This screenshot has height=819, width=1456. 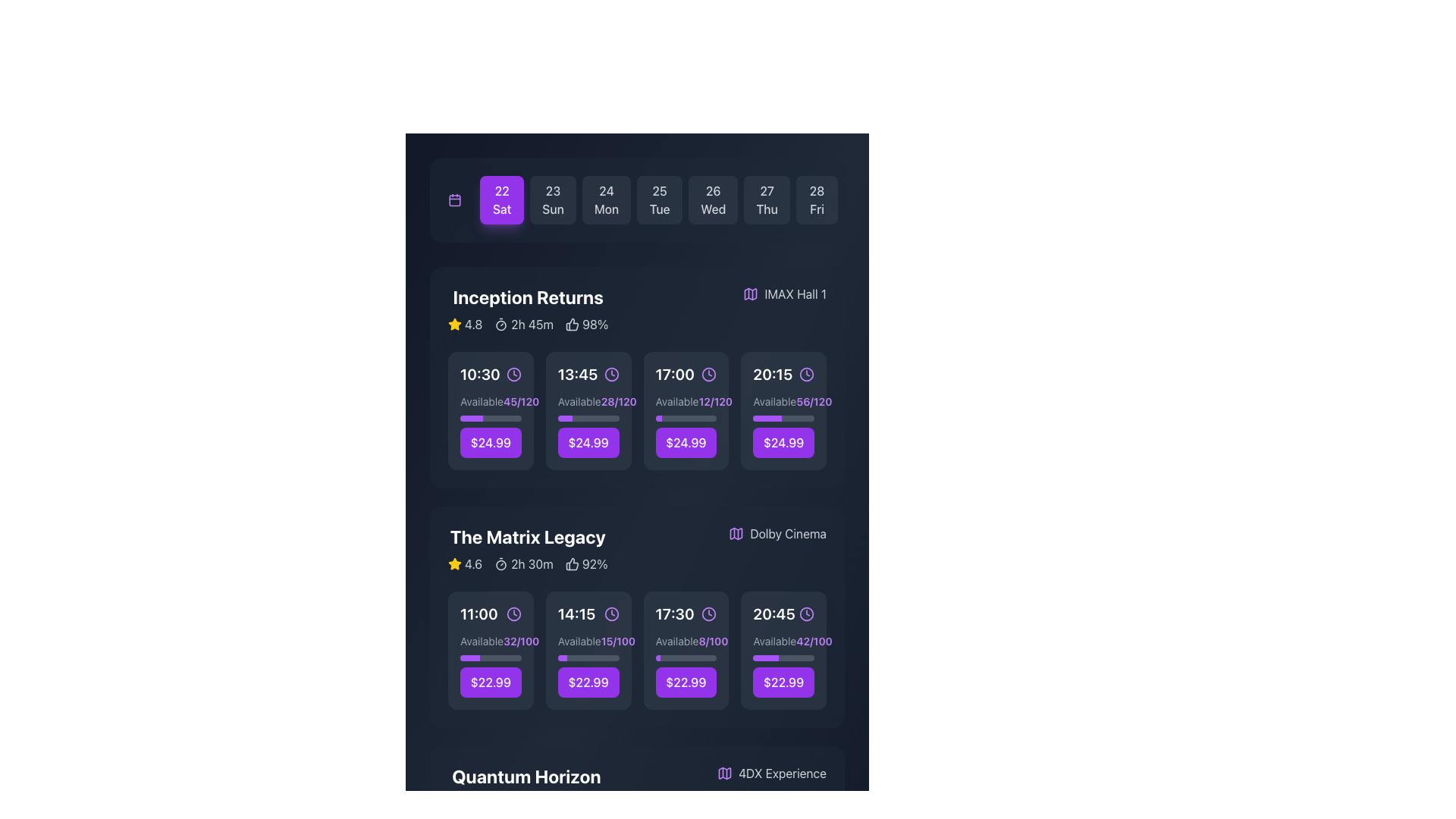 What do you see at coordinates (660, 199) in the screenshot?
I see `the date selection button labeled '25 Tue' with a dark gray background` at bounding box center [660, 199].